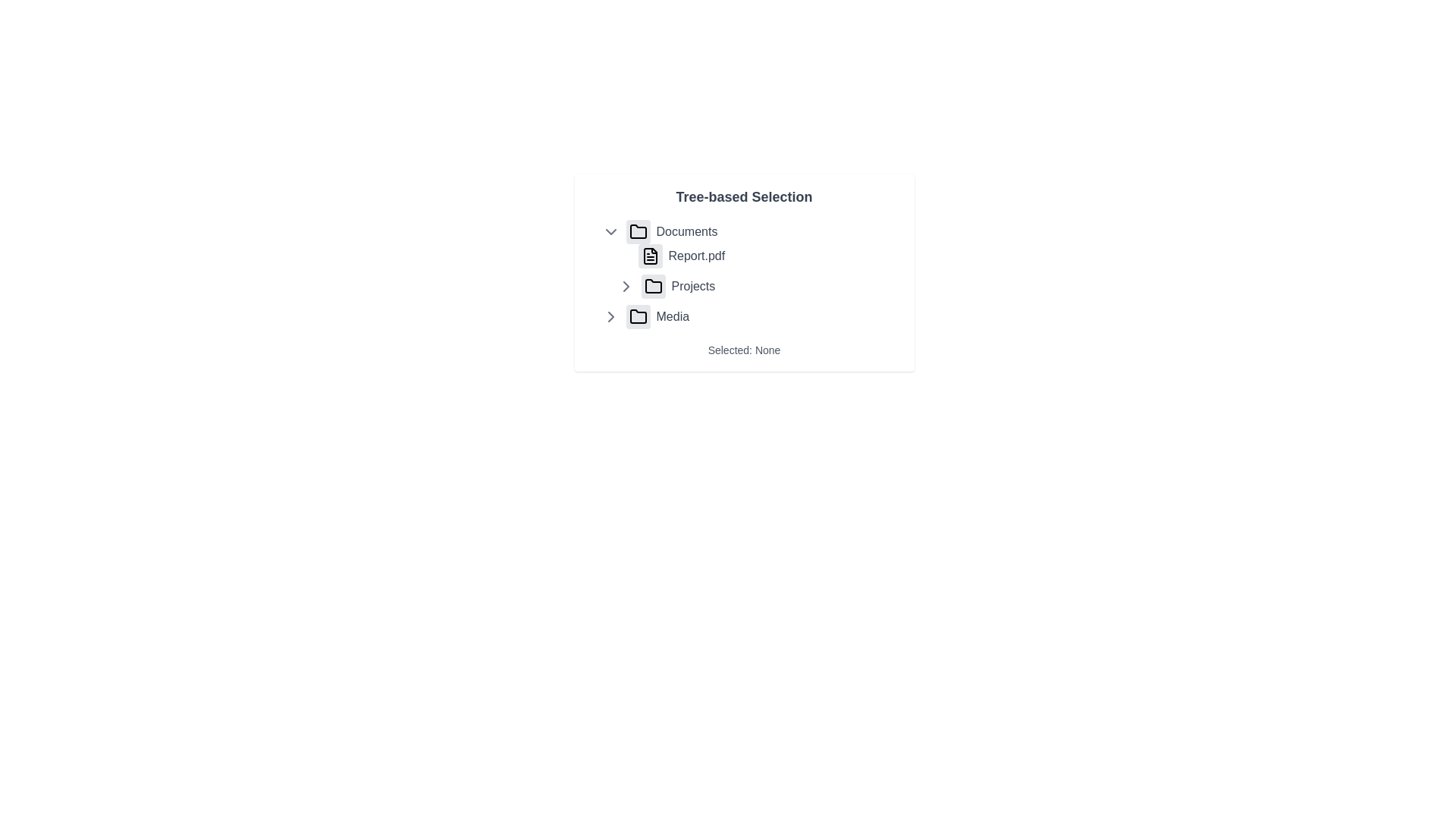 The image size is (1456, 819). Describe the element at coordinates (692, 287) in the screenshot. I see `the text label that displays the name of the folder or project in the file tree structure interface, positioned to the right of the folder icon` at that location.